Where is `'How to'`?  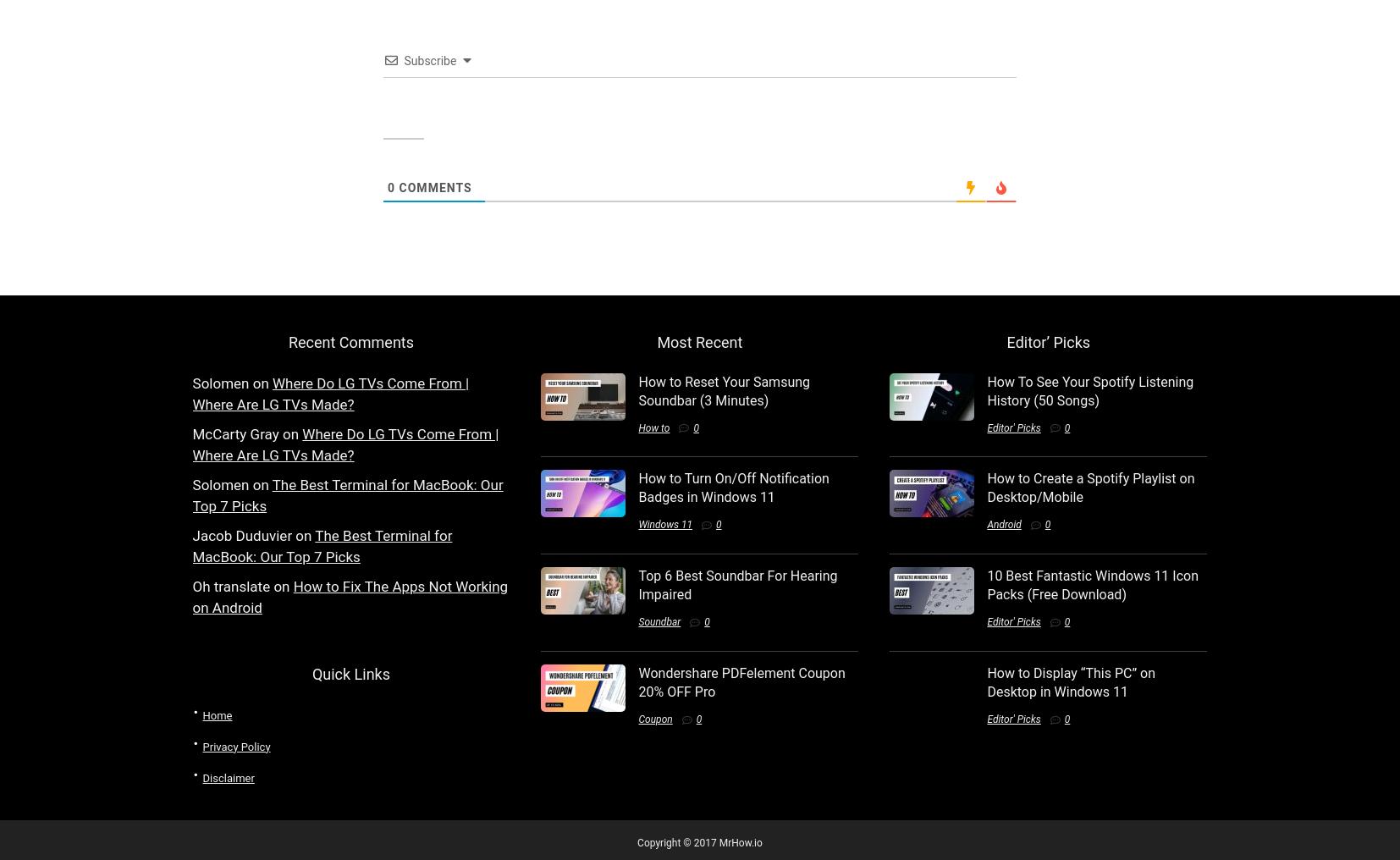
'How to' is located at coordinates (653, 427).